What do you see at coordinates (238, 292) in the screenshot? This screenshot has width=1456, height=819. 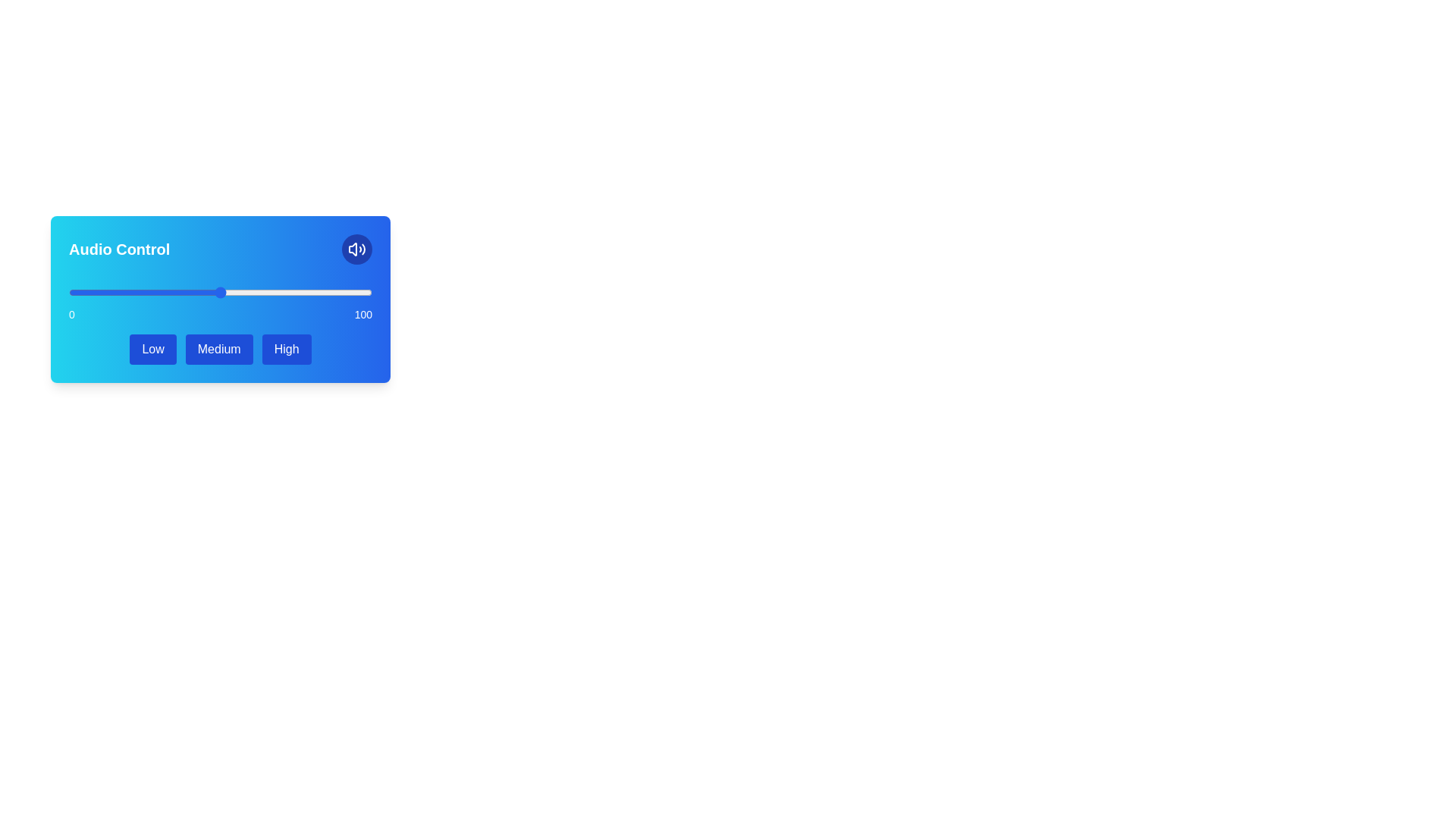 I see `the audio volume` at bounding box center [238, 292].